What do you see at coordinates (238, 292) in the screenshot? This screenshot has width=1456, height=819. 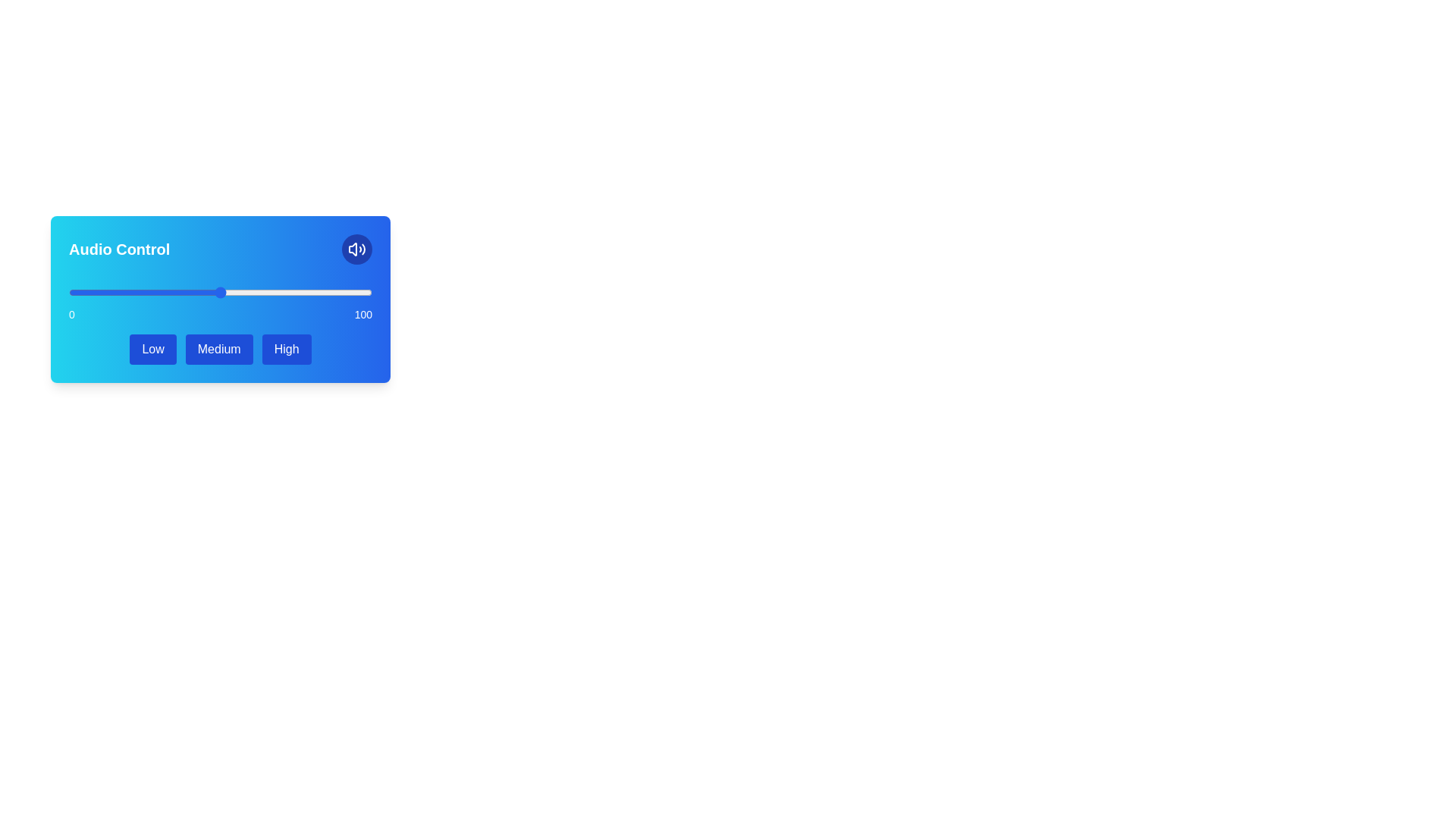 I see `the audio volume` at bounding box center [238, 292].